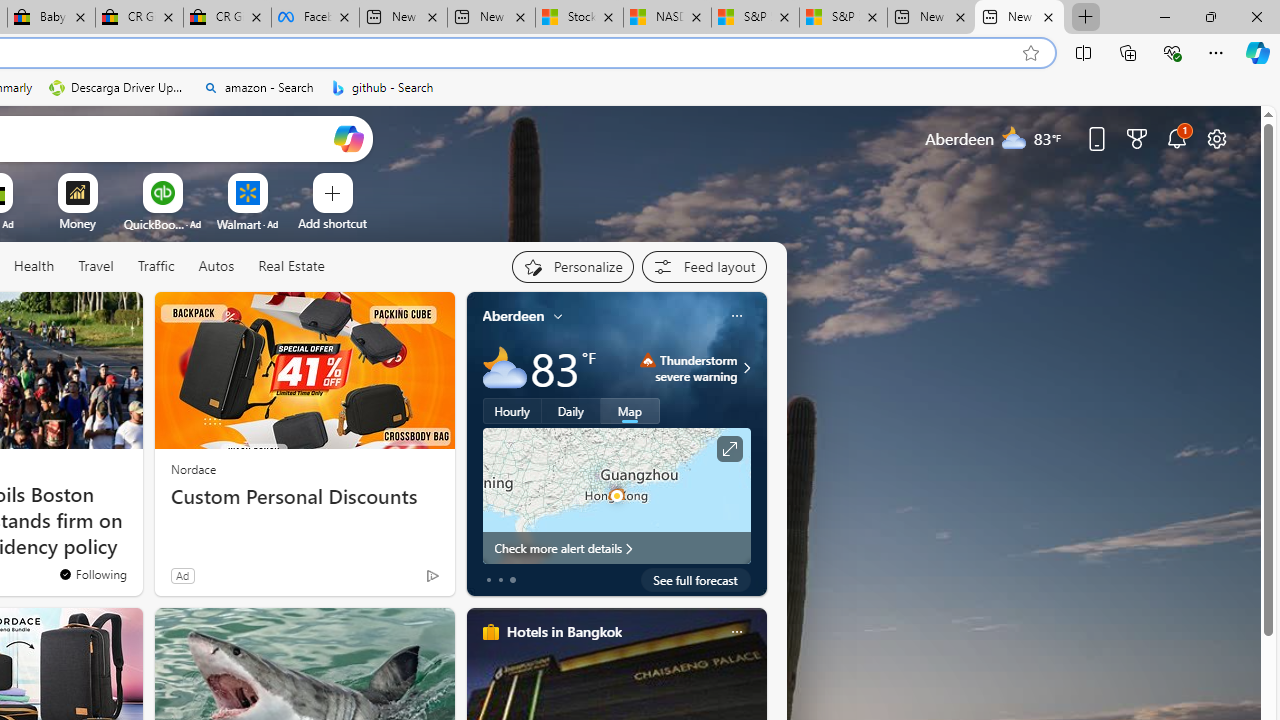 The image size is (1280, 720). What do you see at coordinates (843, 17) in the screenshot?
I see `'S&P 500, Nasdaq end lower, weighed by Nvidia dip | Watch'` at bounding box center [843, 17].